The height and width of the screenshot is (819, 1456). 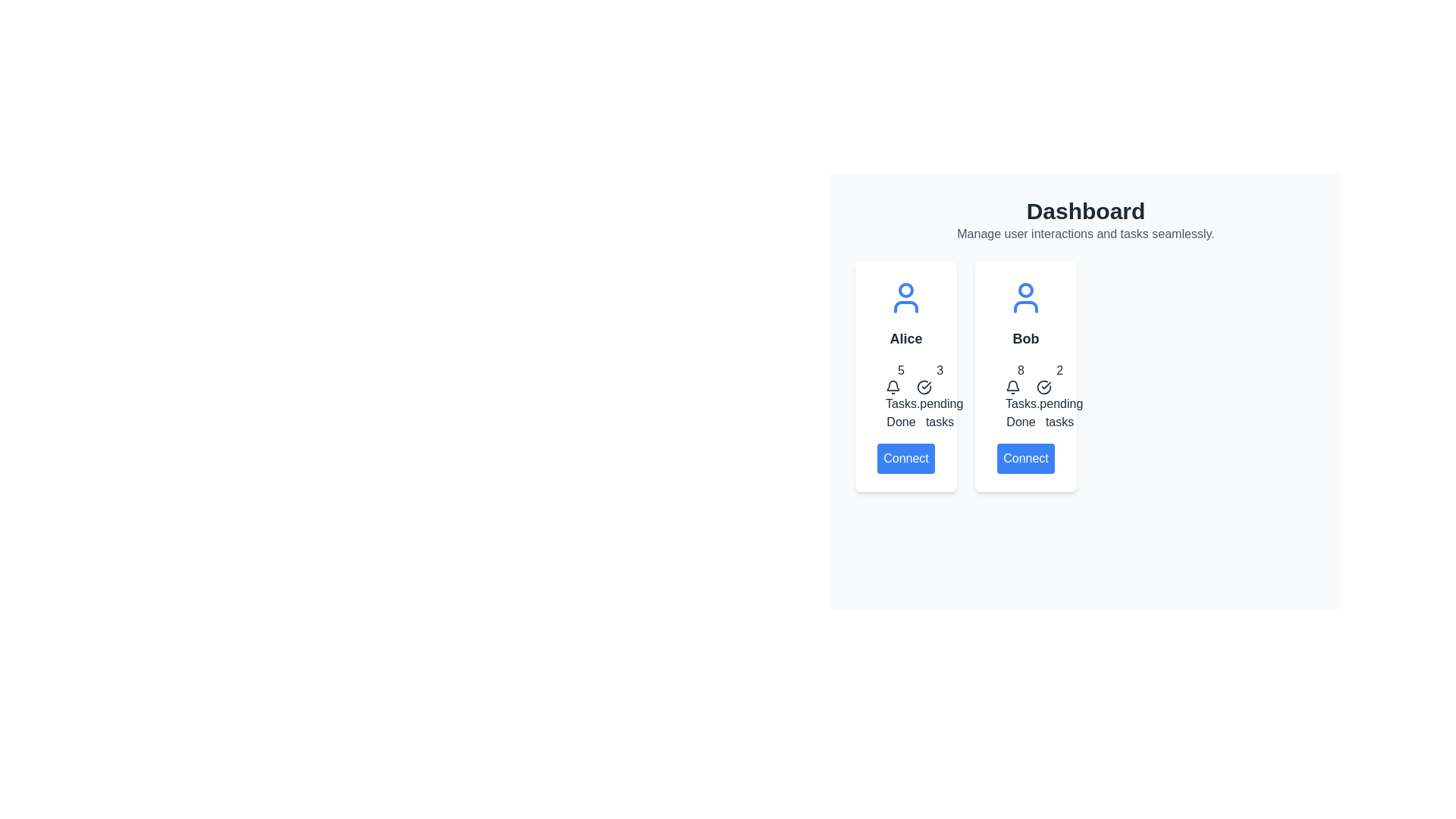 What do you see at coordinates (1084, 220) in the screenshot?
I see `text from the Header Section located at the top-center of the layout, which serves as the title for the page` at bounding box center [1084, 220].